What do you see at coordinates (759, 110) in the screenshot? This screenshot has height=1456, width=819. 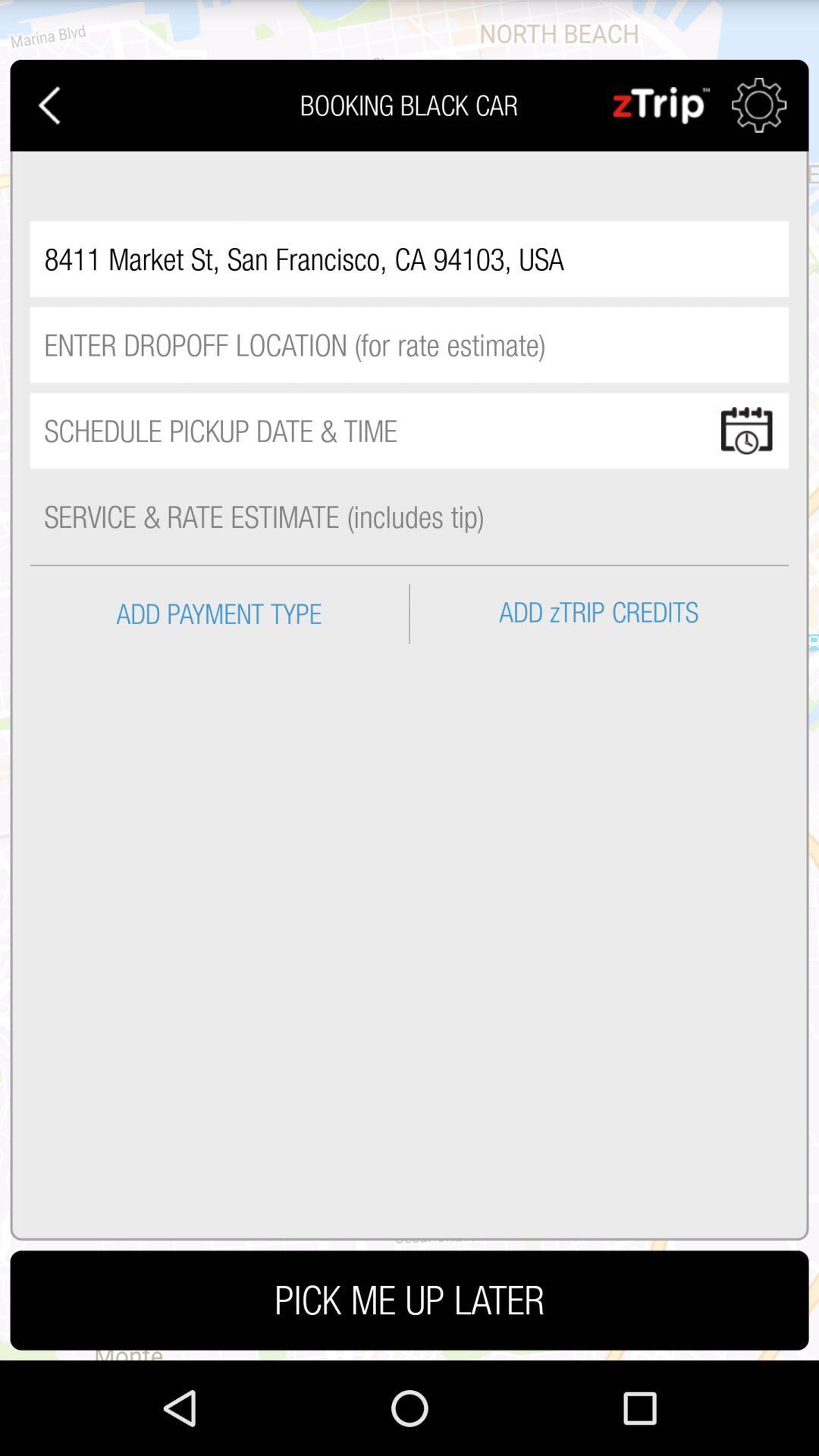 I see `the settings icon` at bounding box center [759, 110].